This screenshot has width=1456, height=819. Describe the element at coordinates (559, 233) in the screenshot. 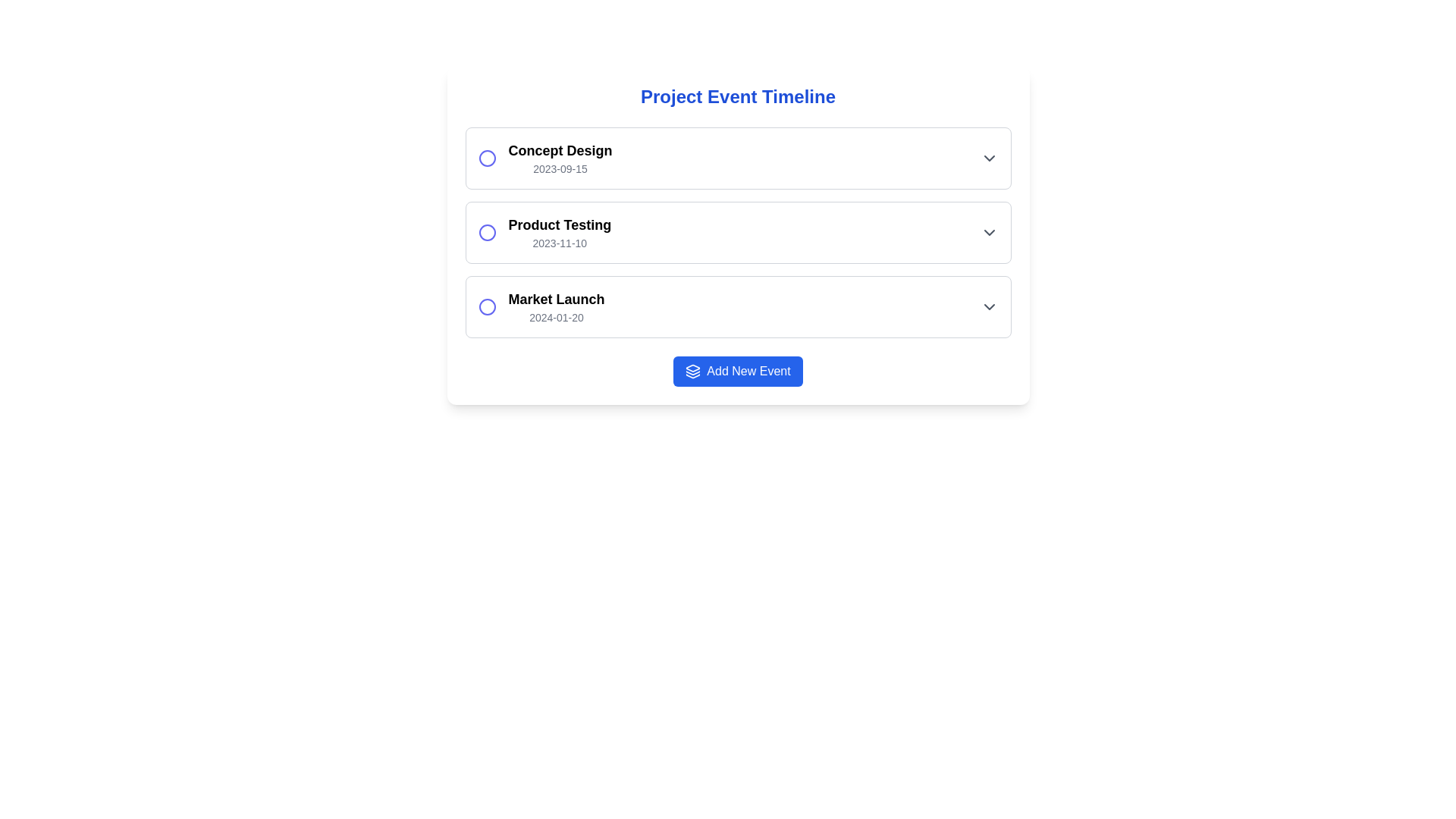

I see `text information displayed in the TextBlock titled 'Product Testing' with the date '2023-11-10', located in the second row of the 'Project Event Timeline.'` at that location.